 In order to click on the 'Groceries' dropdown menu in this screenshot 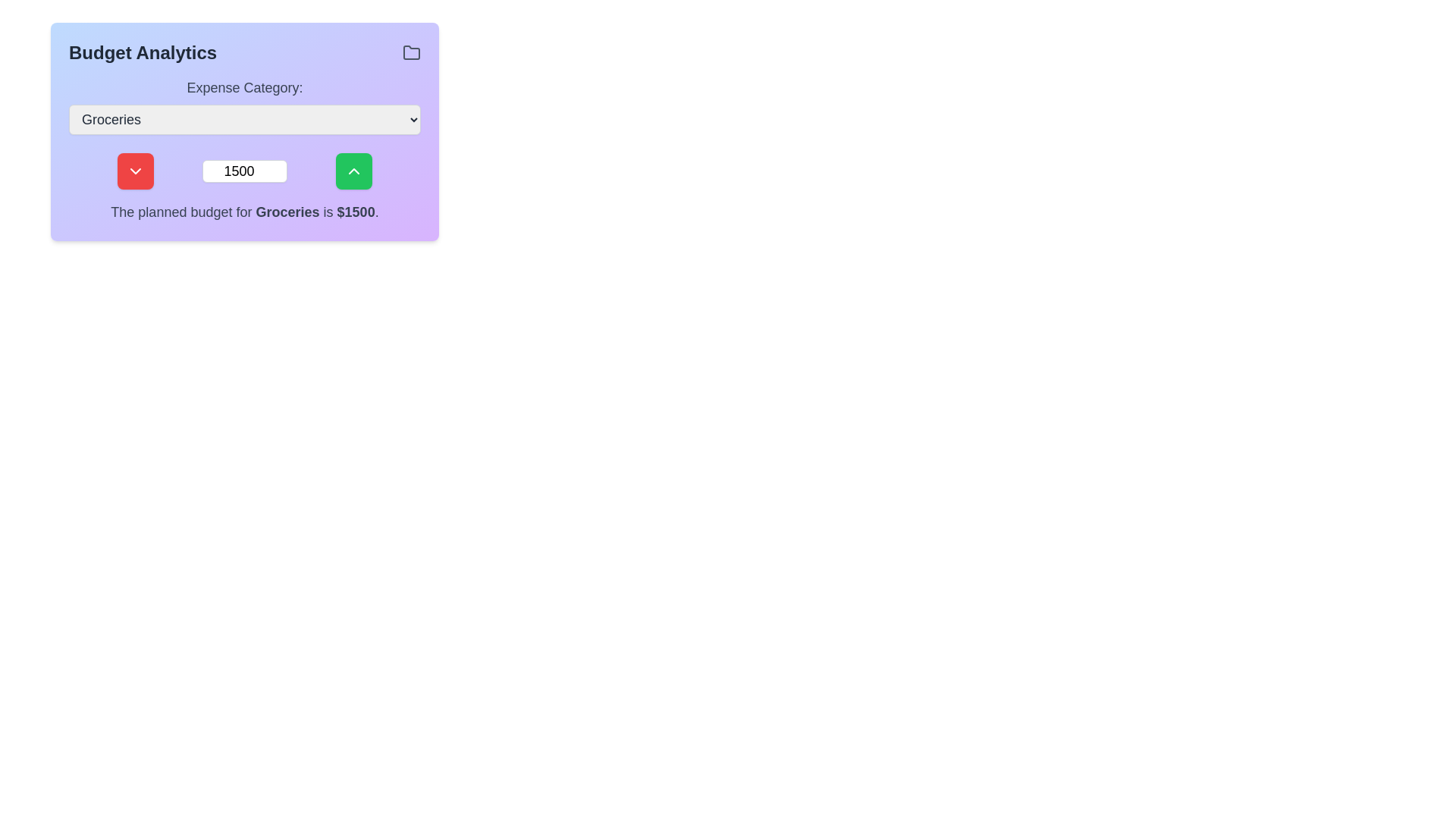, I will do `click(244, 119)`.